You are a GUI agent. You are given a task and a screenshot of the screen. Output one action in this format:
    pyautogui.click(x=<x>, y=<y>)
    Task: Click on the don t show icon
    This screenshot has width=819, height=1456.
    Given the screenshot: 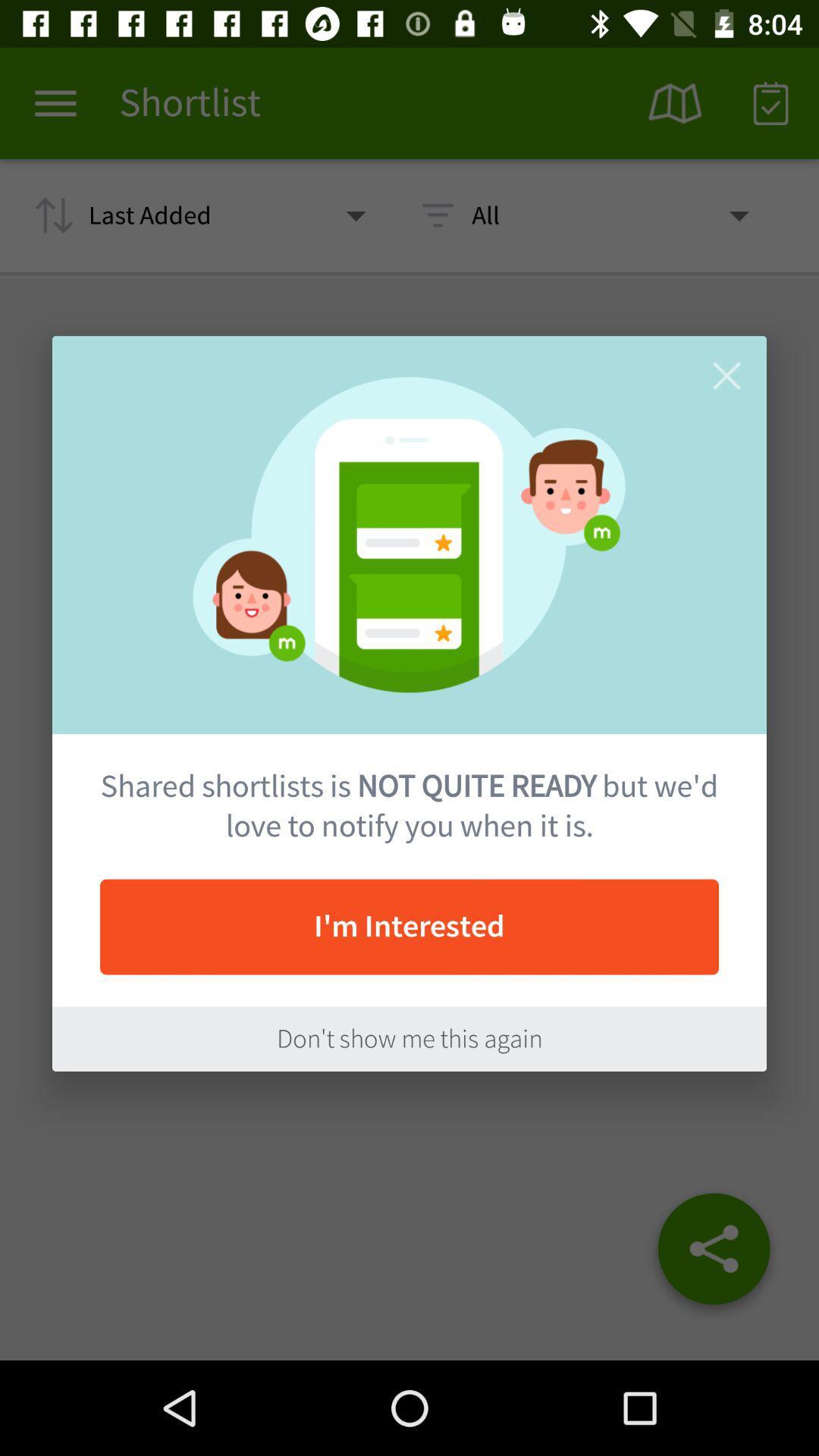 What is the action you would take?
    pyautogui.click(x=409, y=1038)
    